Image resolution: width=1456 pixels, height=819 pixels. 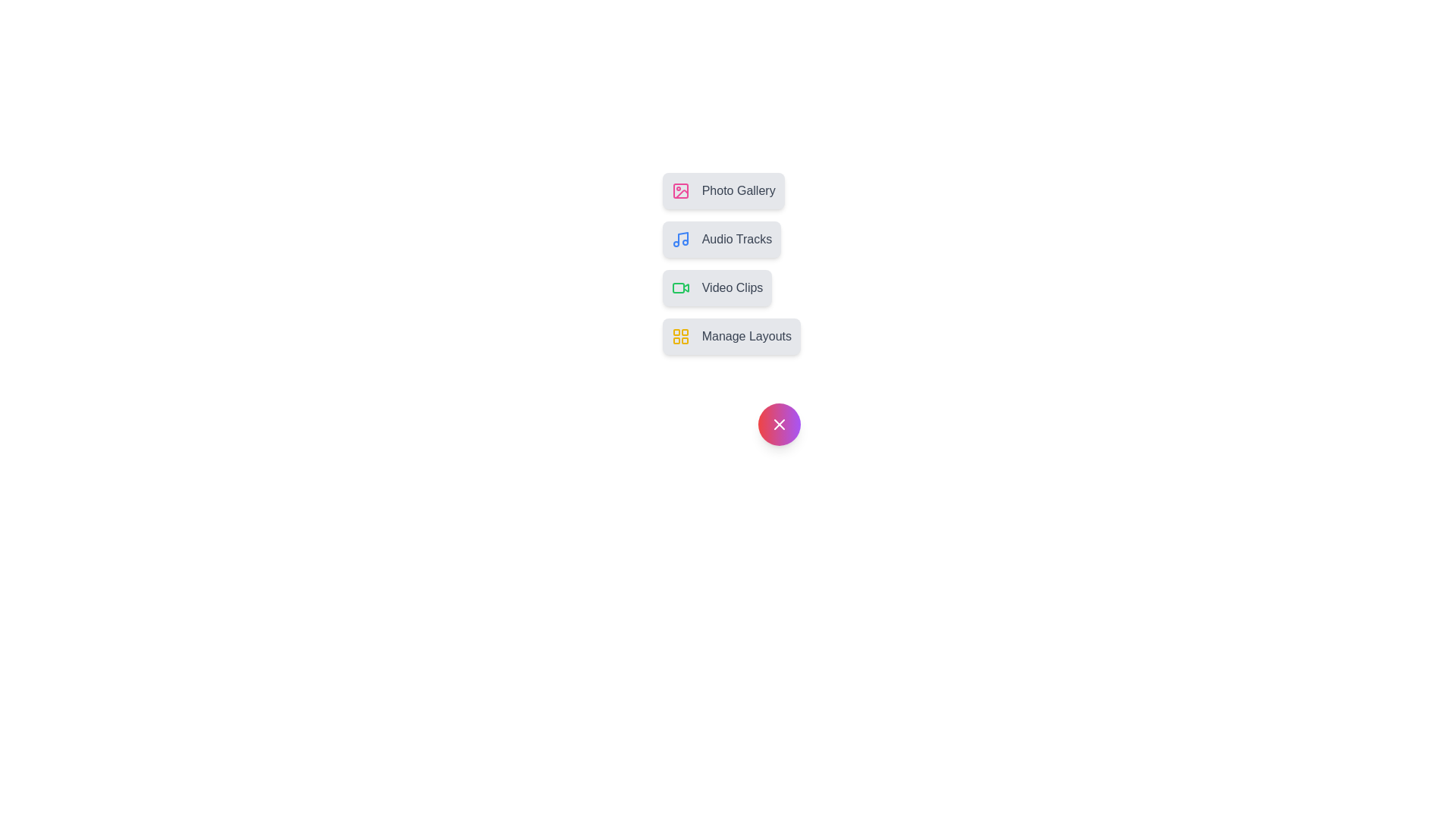 What do you see at coordinates (779, 424) in the screenshot?
I see `the cancel button located at the bottom right of the interface, distinct from the list of items including 'Photo Gallery', 'Audio Tracks', 'Video Clips', and 'Manage Layouts'` at bounding box center [779, 424].